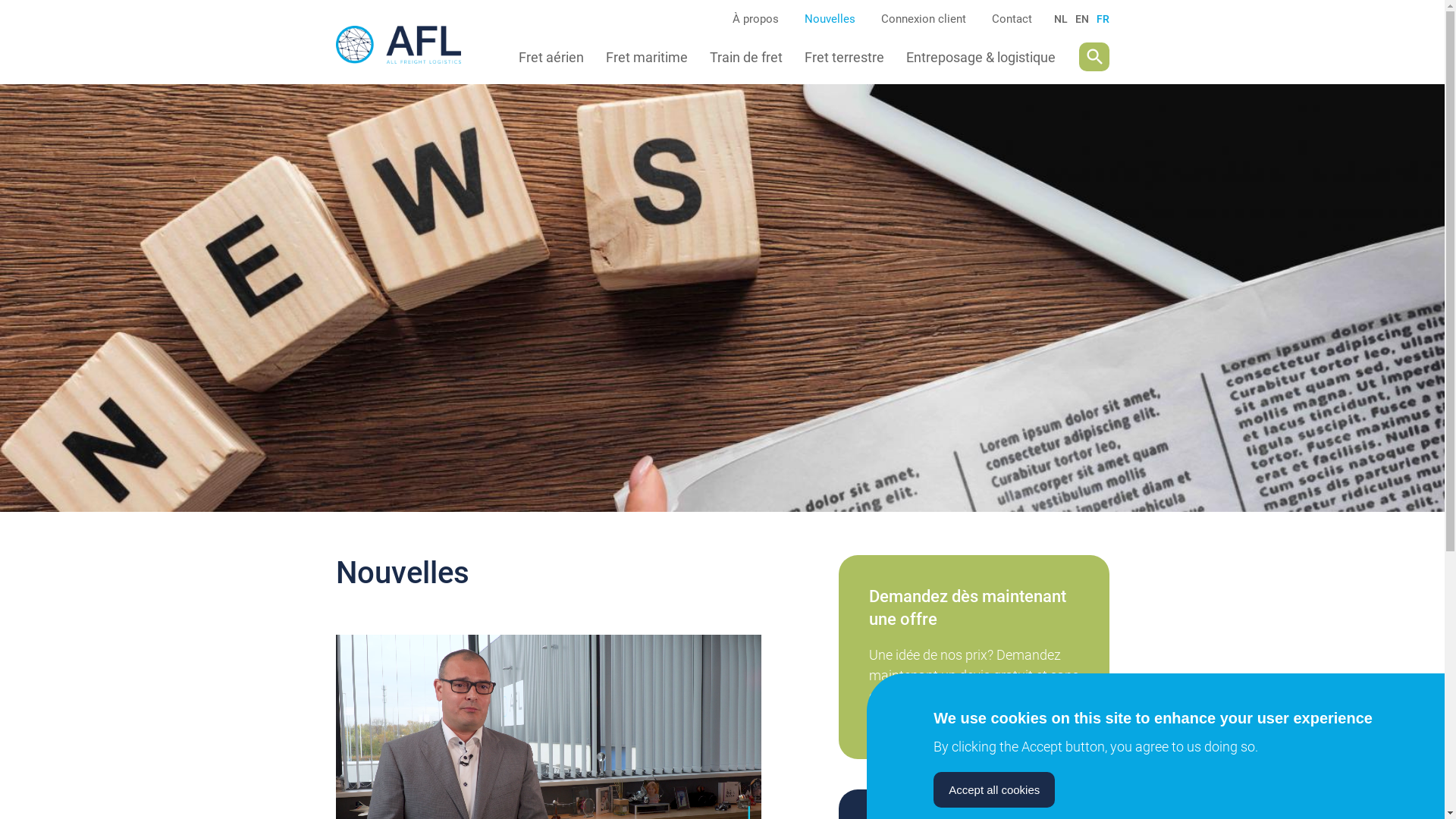 The width and height of the screenshot is (1456, 819). Describe the element at coordinates (1012, 18) in the screenshot. I see `'Contact'` at that location.